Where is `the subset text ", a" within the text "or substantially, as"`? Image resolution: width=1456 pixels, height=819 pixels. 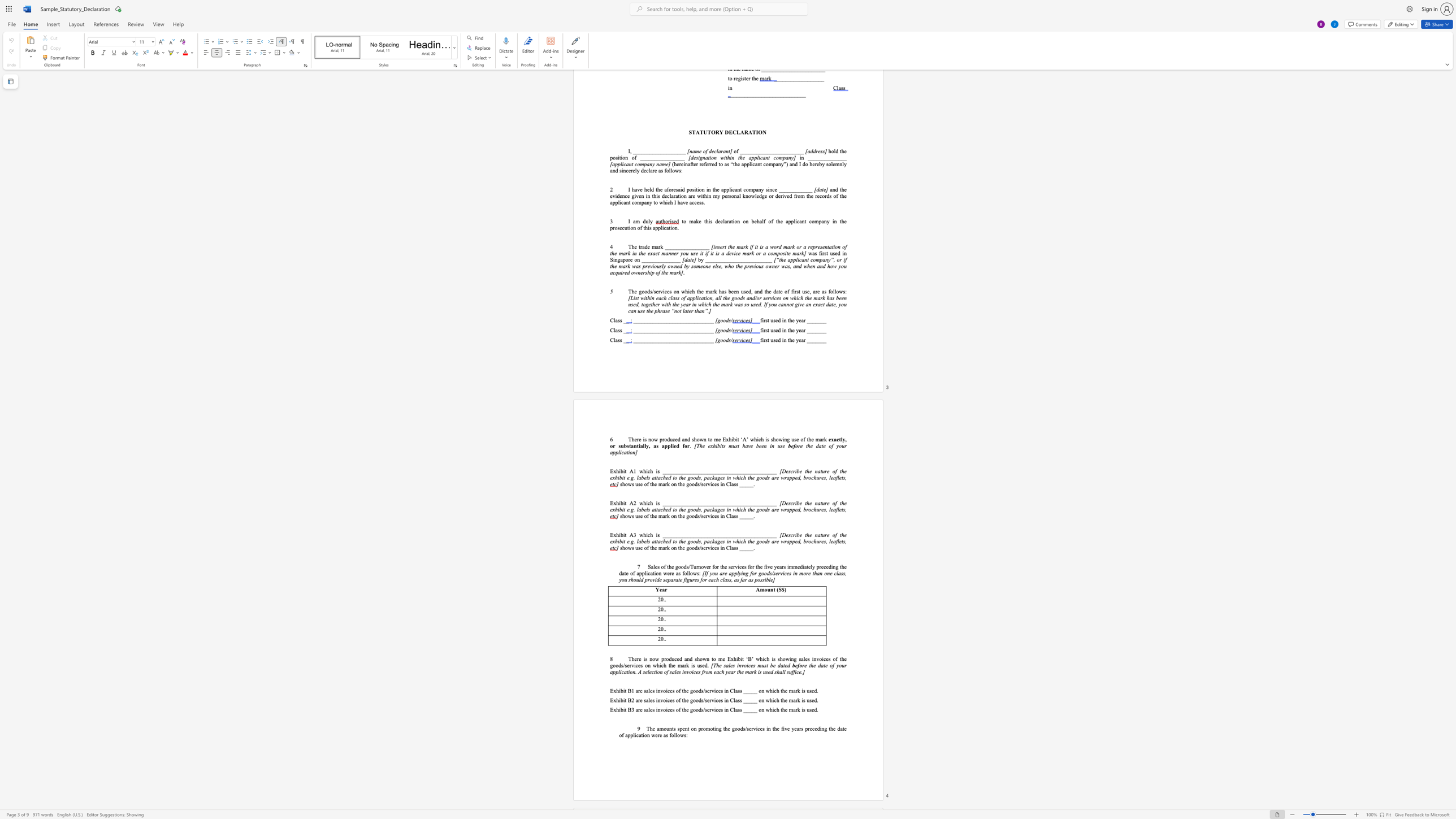
the subset text ", a" within the text "or substantially, as" is located at coordinates (648, 445).